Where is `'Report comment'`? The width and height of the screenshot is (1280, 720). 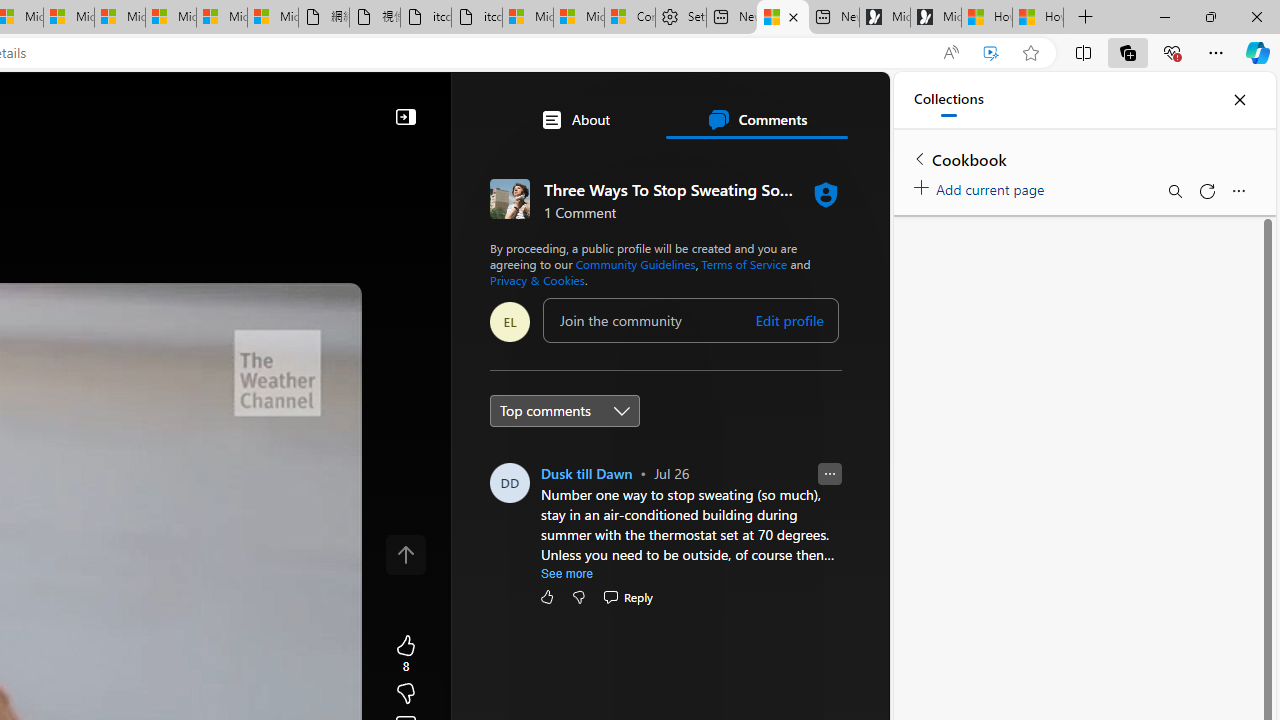 'Report comment' is located at coordinates (830, 474).